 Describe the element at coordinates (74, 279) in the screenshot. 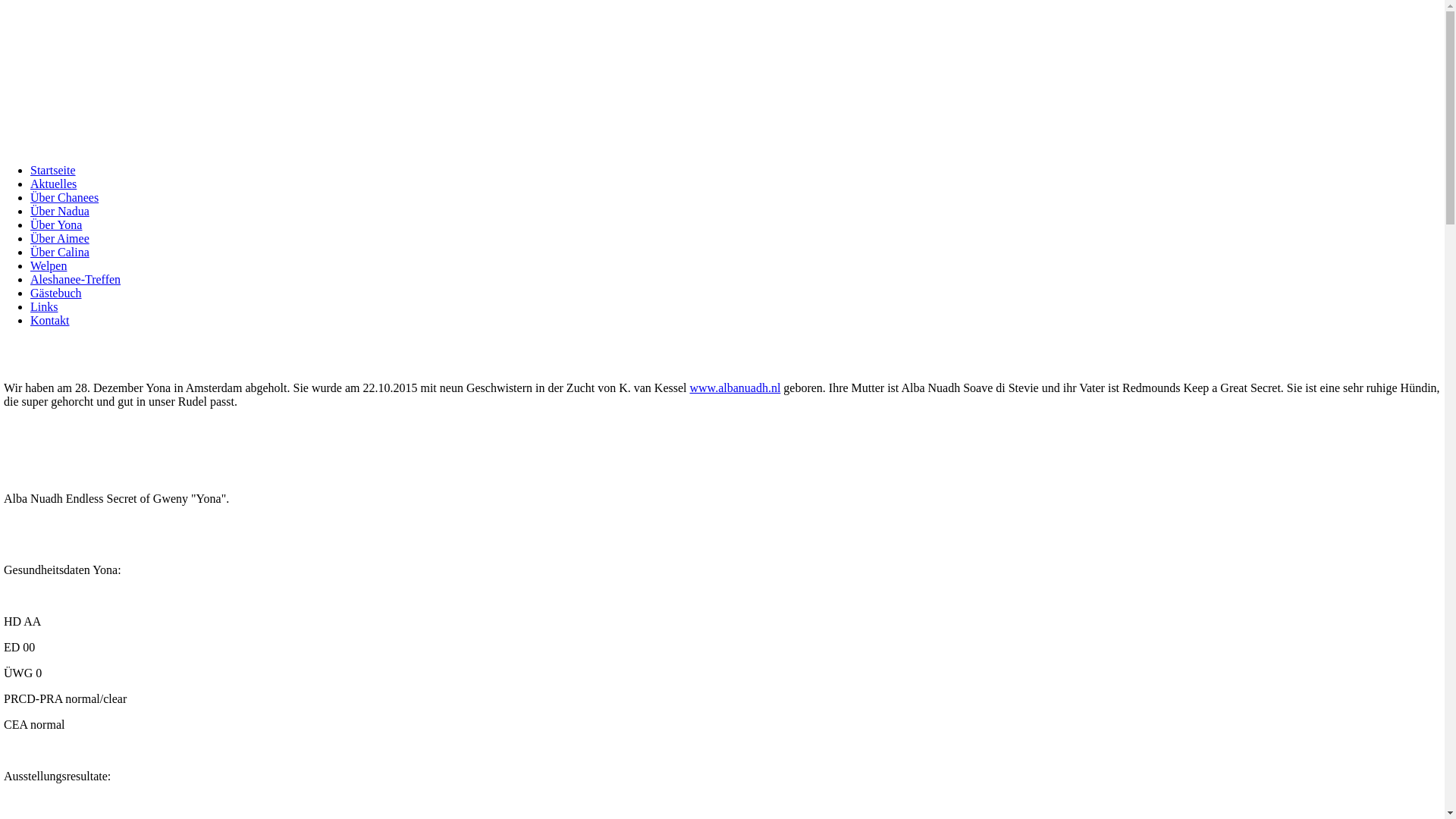

I see `'Aleshanee-Treffen'` at that location.